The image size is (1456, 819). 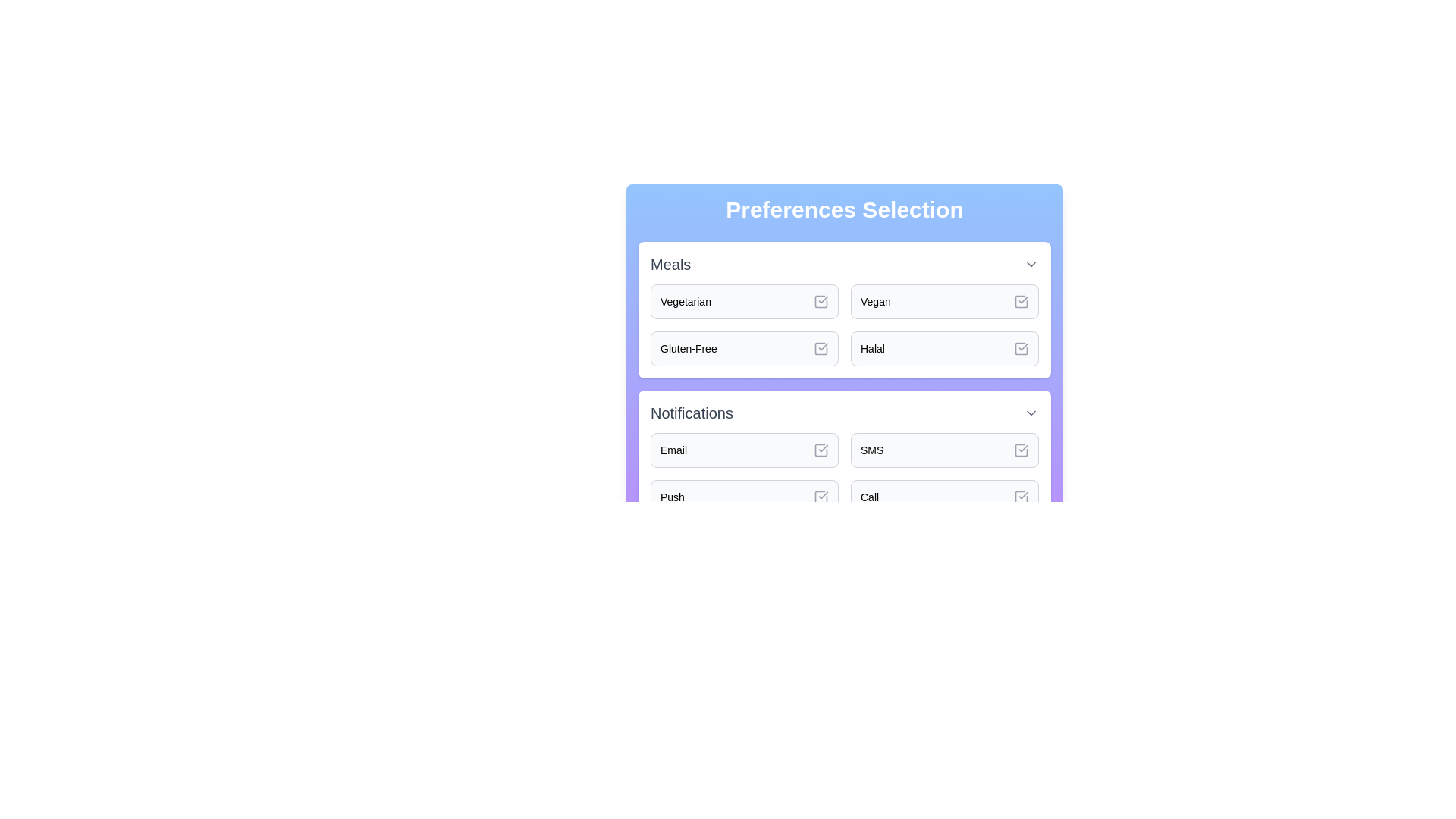 I want to click on the Checkbox icon indicating the selection state of the 'Gluten-Free' option, positioned to the right of the 'Gluten-Free' label in the 'Meals' section, so click(x=821, y=348).